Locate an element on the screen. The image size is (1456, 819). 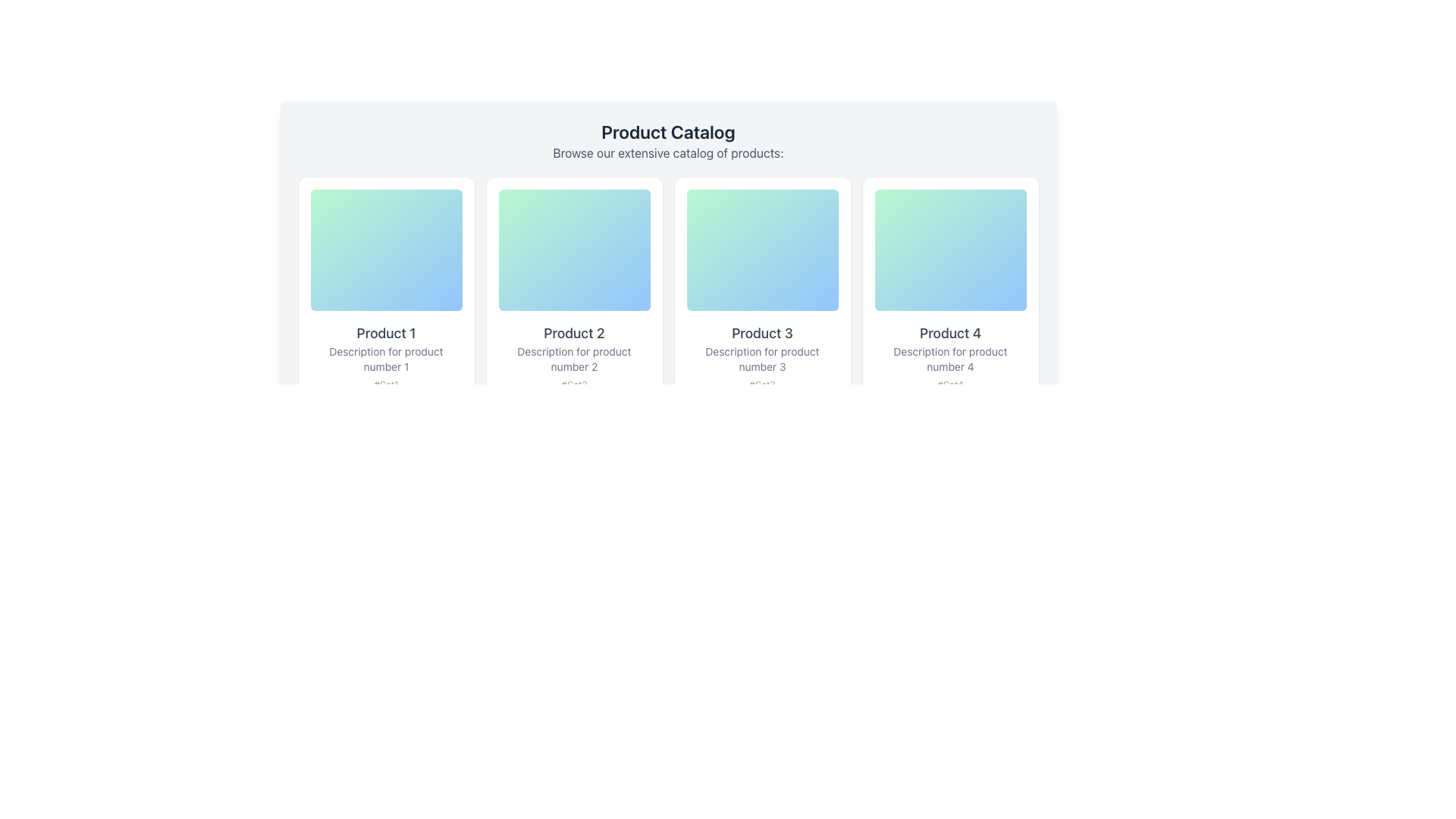
the Informational Card that visually represents a product in the catalog, located in the fourth position of the first row is located at coordinates (949, 291).